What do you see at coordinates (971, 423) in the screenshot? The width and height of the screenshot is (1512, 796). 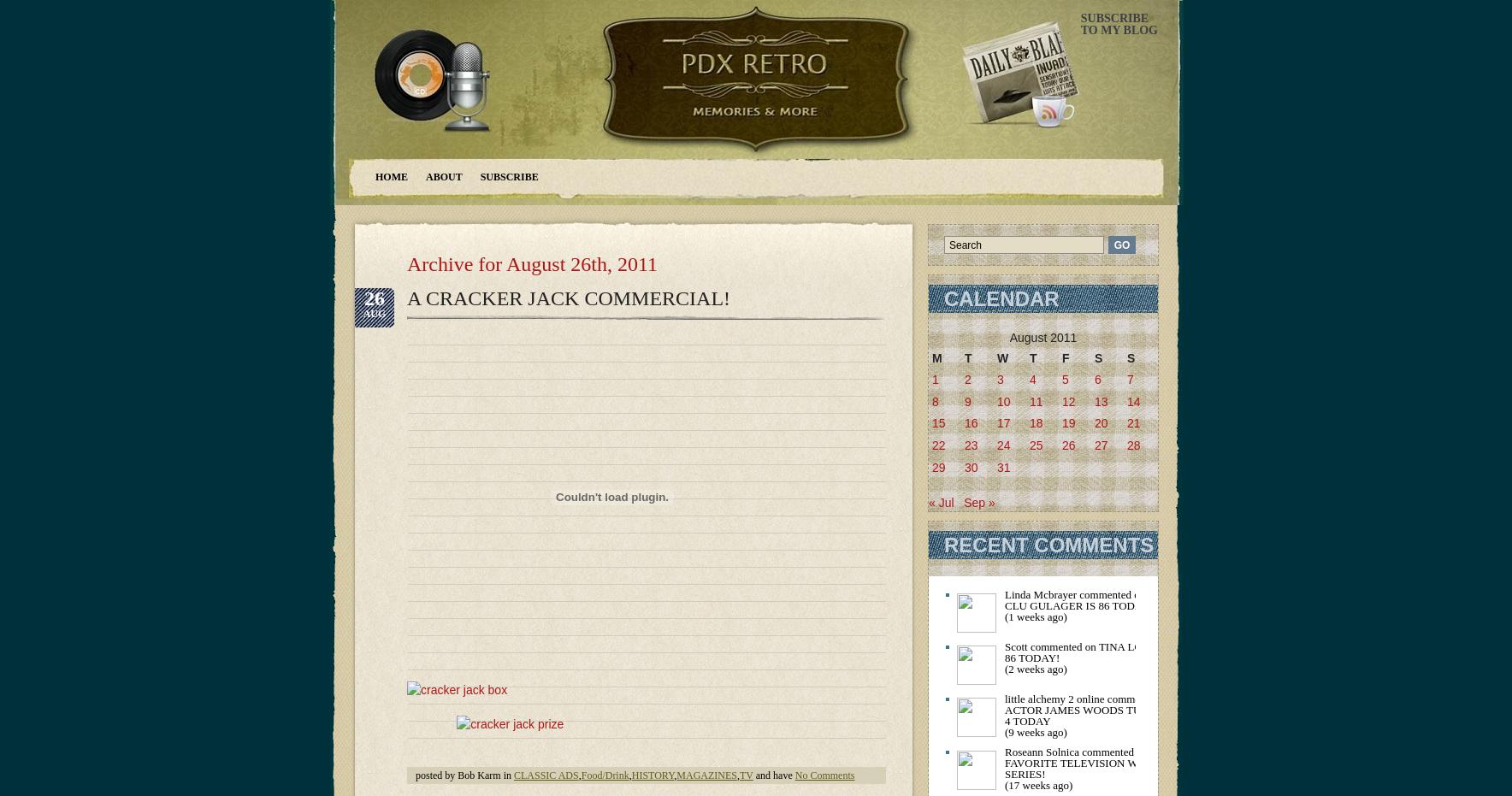 I see `'16'` at bounding box center [971, 423].